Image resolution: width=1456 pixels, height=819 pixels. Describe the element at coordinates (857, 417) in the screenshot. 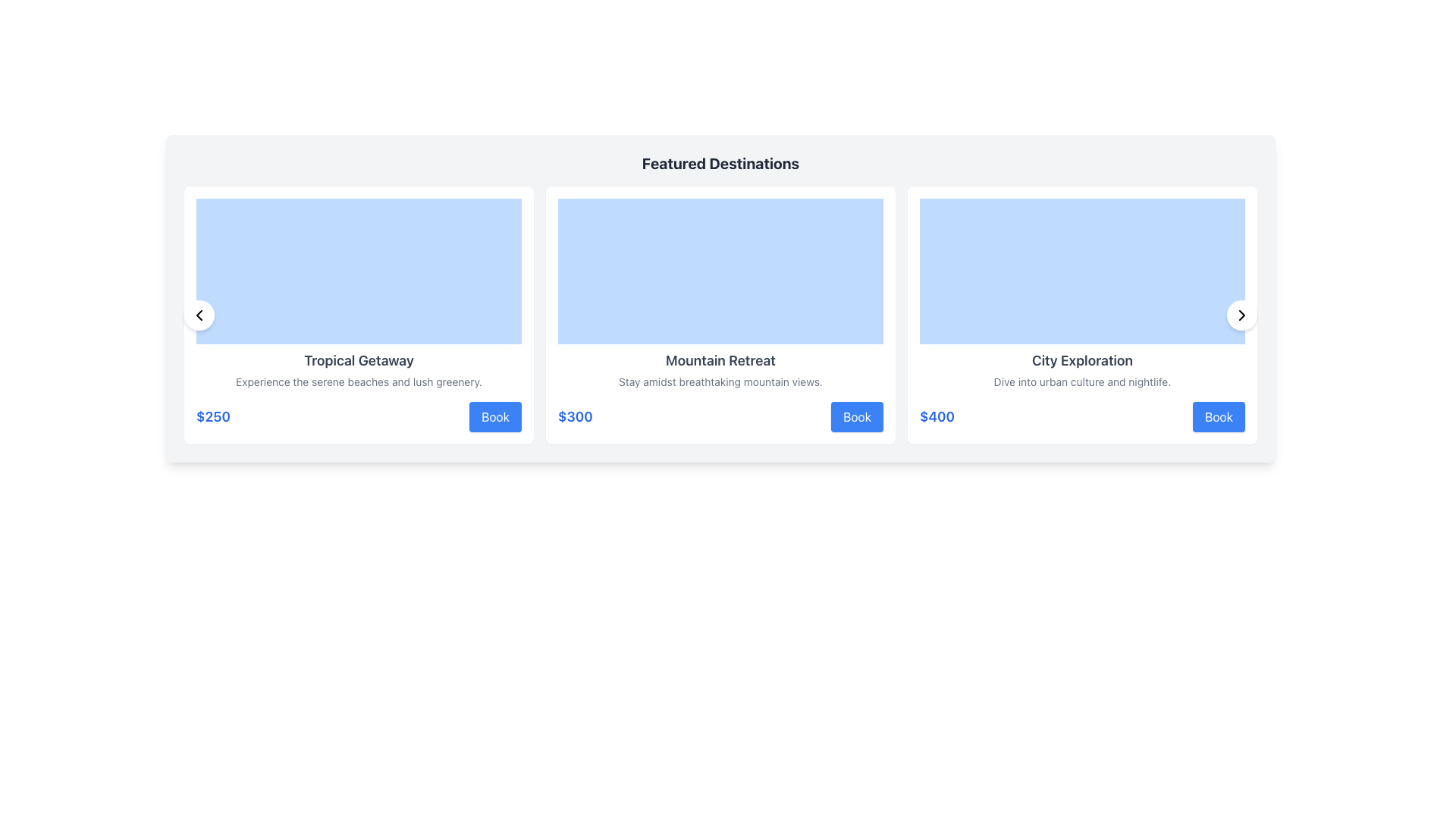

I see `the 'Book' button with a blue background and white text located at the bottom-right corner of the 'Mountain Retreat' card` at that location.